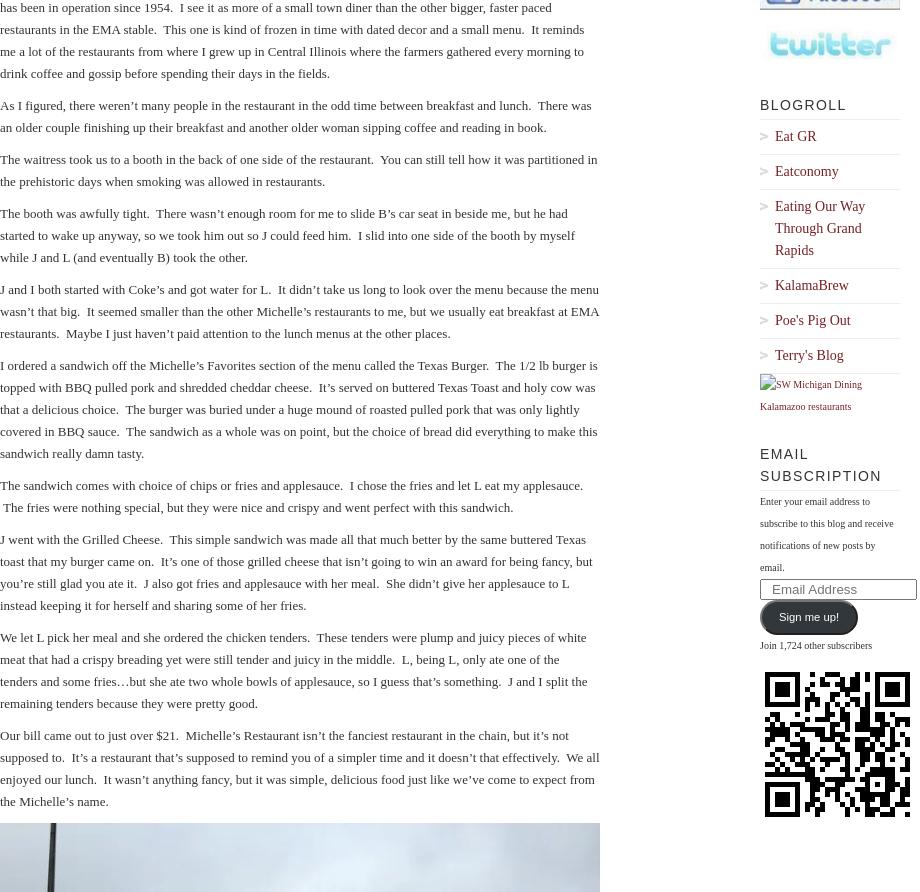 The height and width of the screenshot is (892, 920). What do you see at coordinates (760, 533) in the screenshot?
I see `'Enter your email address to subscribe to this blog and receive notifications of new posts by email.'` at bounding box center [760, 533].